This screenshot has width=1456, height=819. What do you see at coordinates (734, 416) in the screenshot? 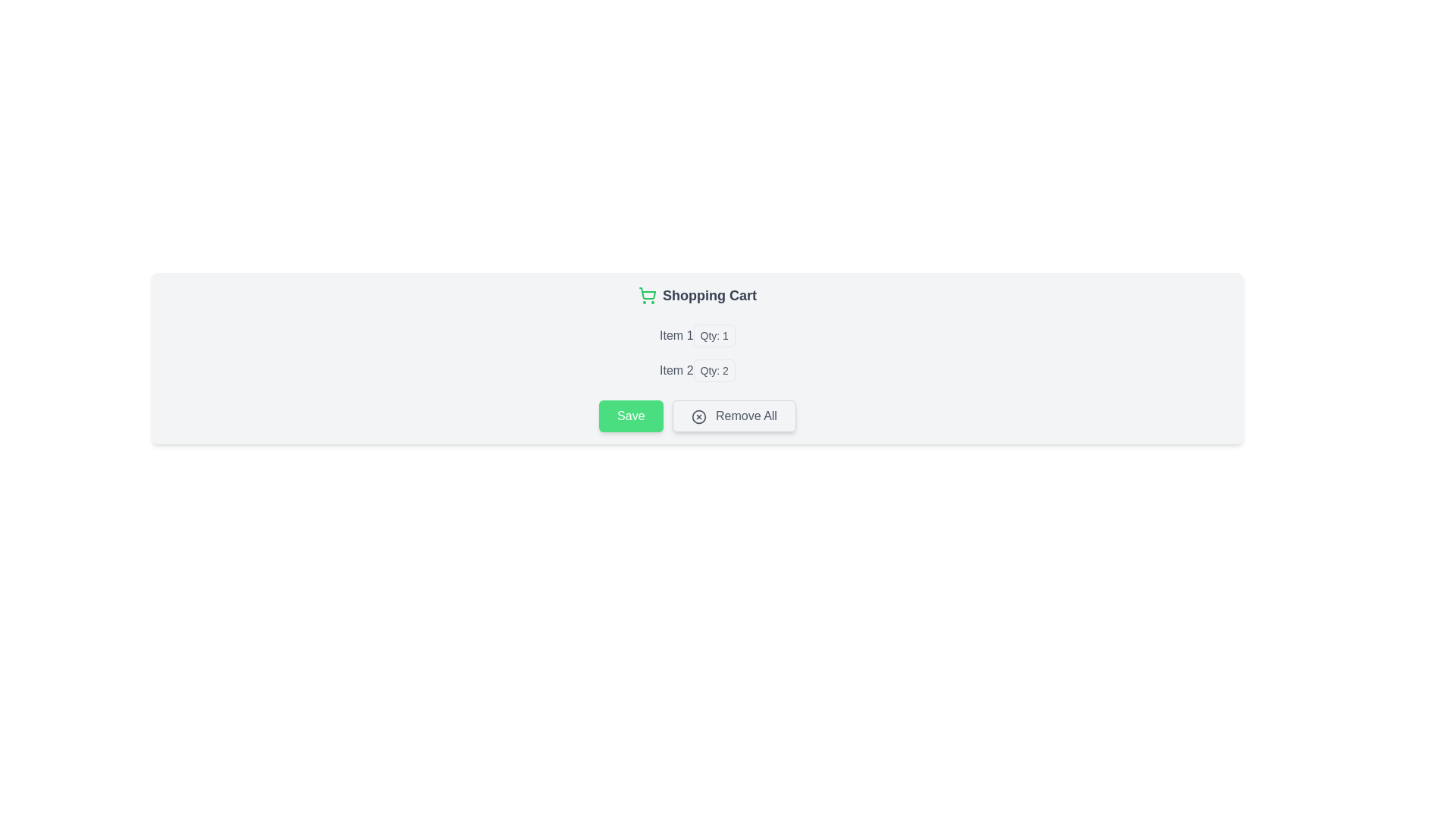
I see `the 'Remove All' button, which is a rectangular button with rounded corners, light gray border, and light gray text, to change its background color` at bounding box center [734, 416].